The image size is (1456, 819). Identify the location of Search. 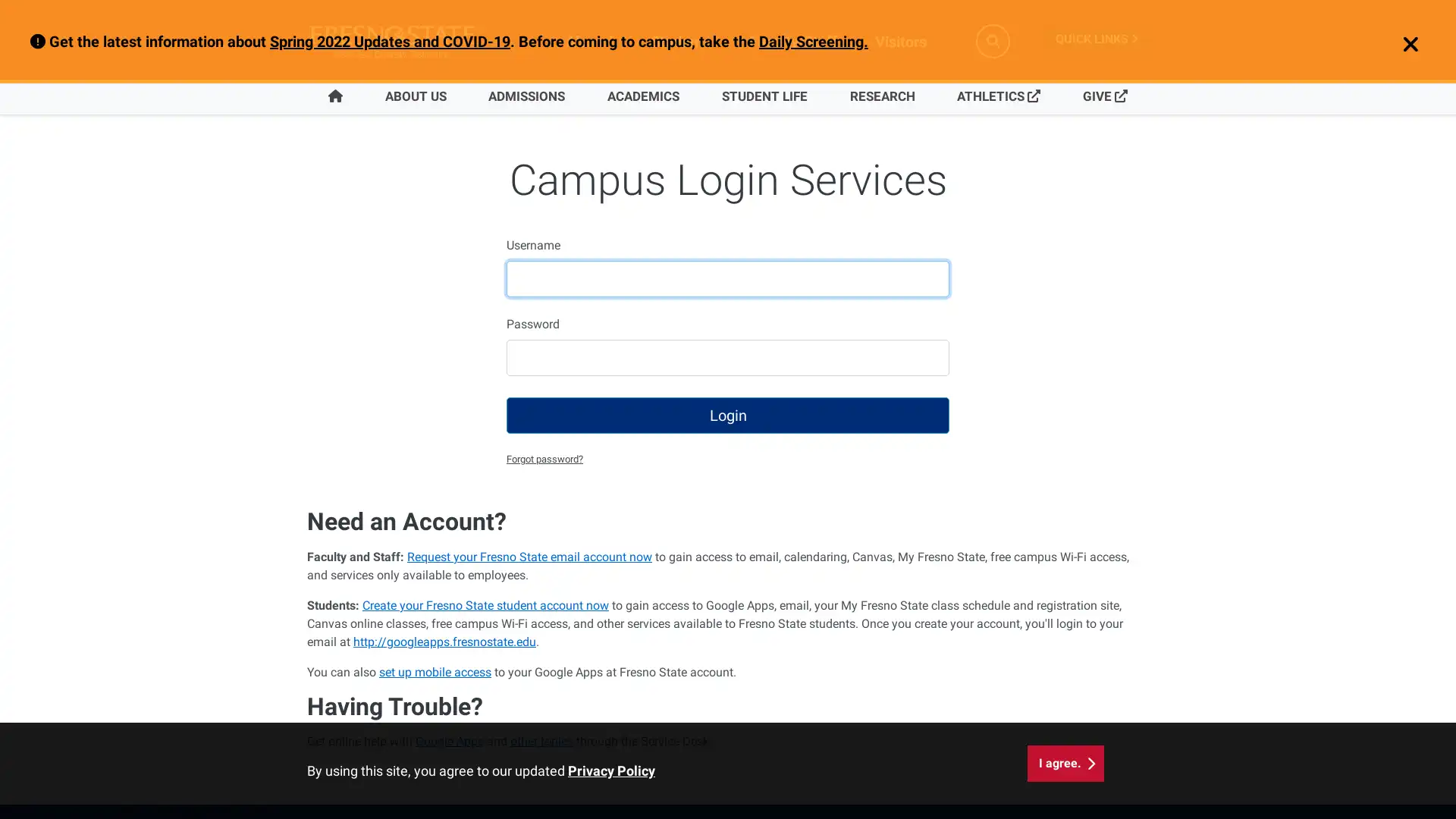
(993, 40).